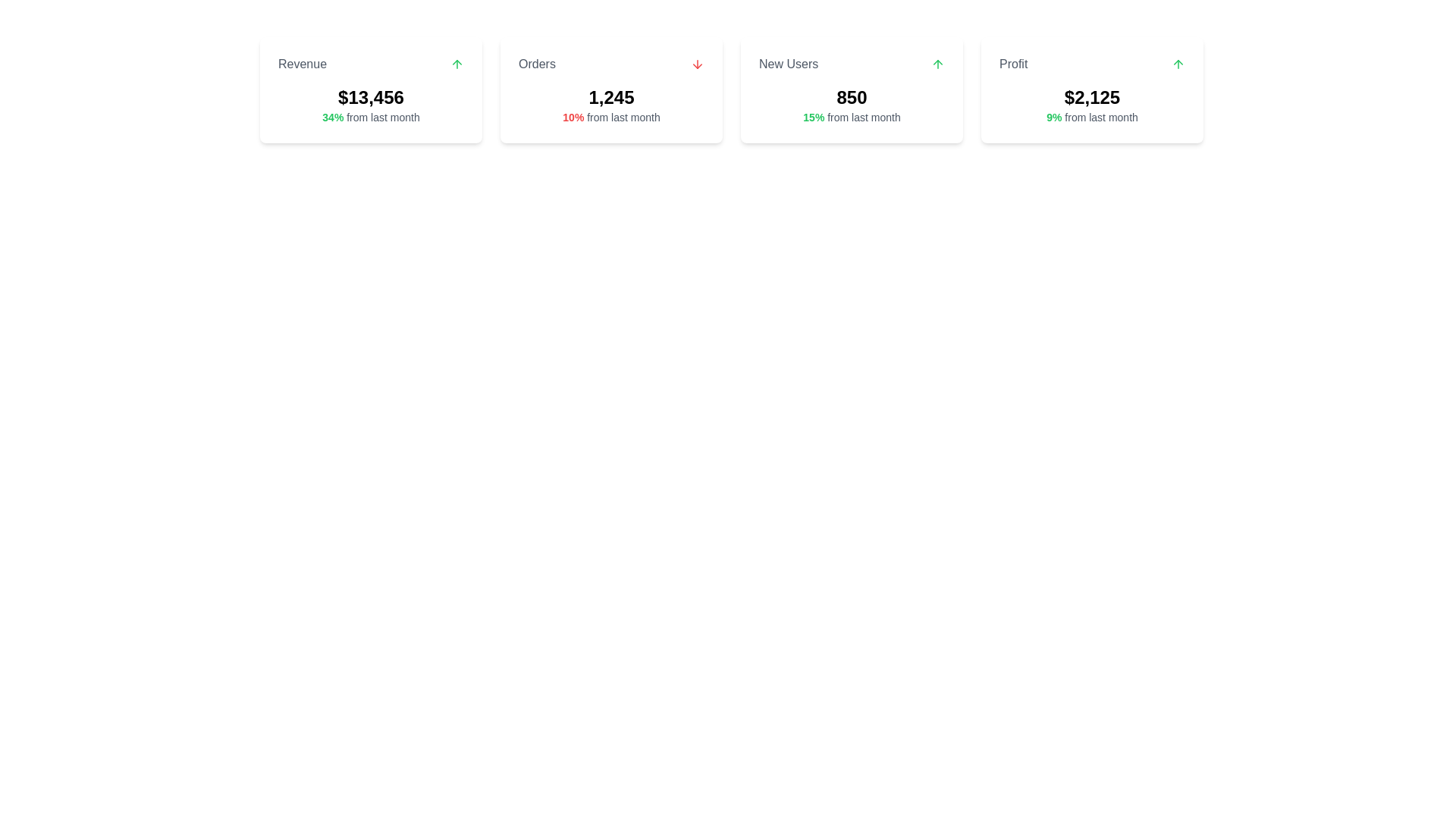 This screenshot has width=1456, height=819. I want to click on the 'Revenue' text element, so click(302, 63).